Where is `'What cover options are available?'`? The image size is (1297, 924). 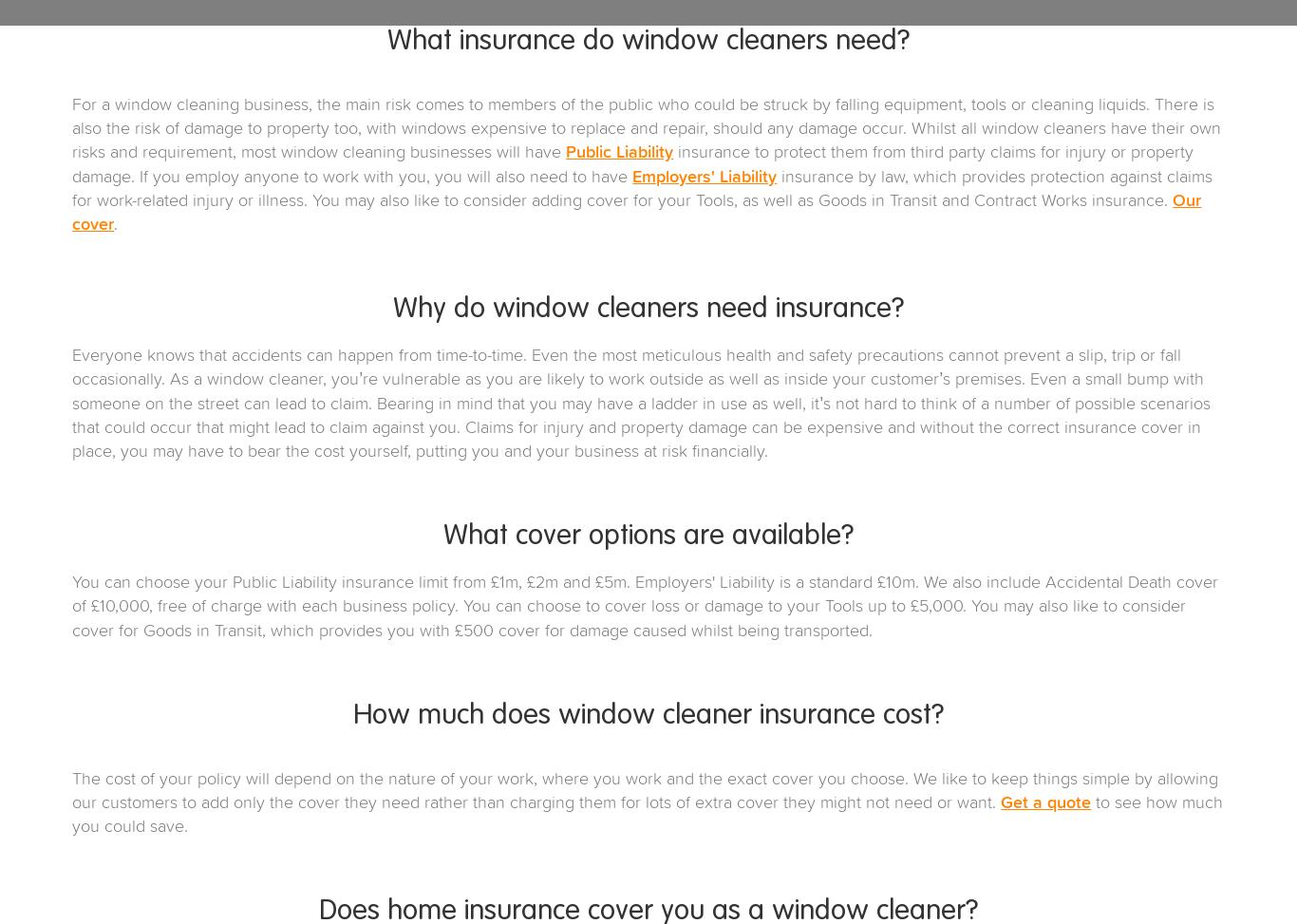 'What cover options are available?' is located at coordinates (648, 537).